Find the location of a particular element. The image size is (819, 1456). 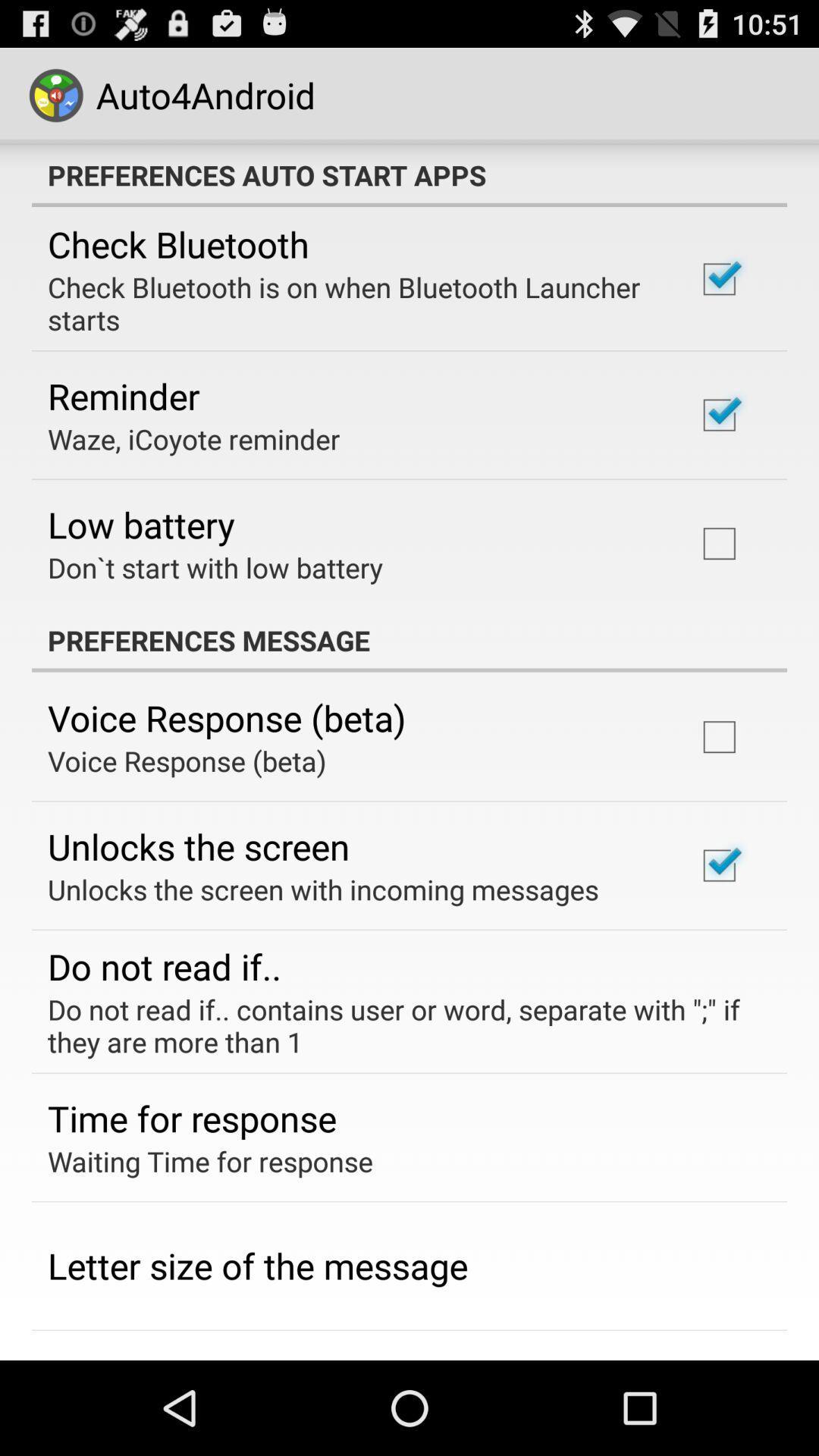

item below the low battery app is located at coordinates (215, 566).